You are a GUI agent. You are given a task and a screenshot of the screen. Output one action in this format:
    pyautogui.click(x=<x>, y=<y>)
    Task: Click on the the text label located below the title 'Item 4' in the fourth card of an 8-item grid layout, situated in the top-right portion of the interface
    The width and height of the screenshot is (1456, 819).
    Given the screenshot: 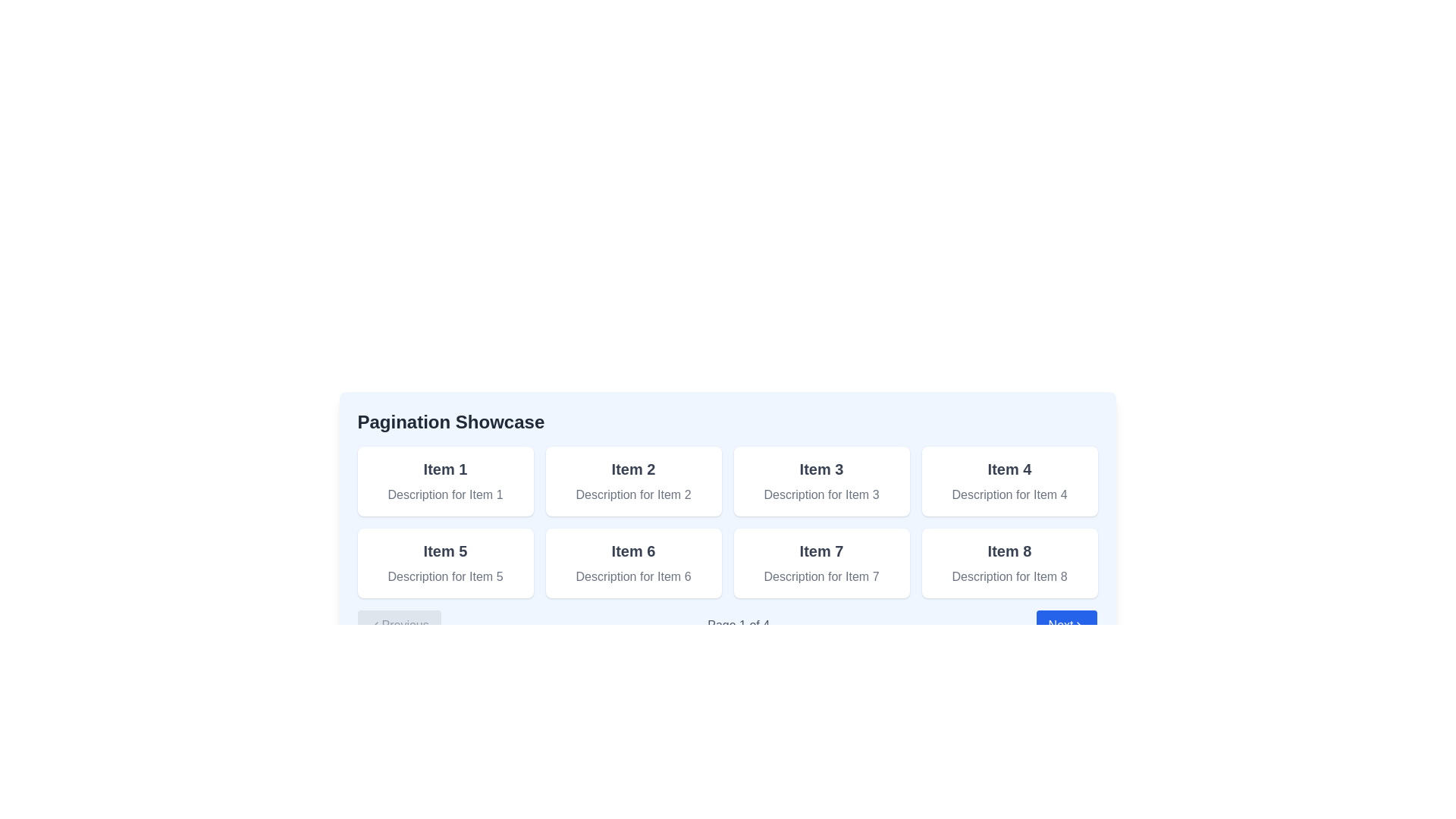 What is the action you would take?
    pyautogui.click(x=1009, y=494)
    